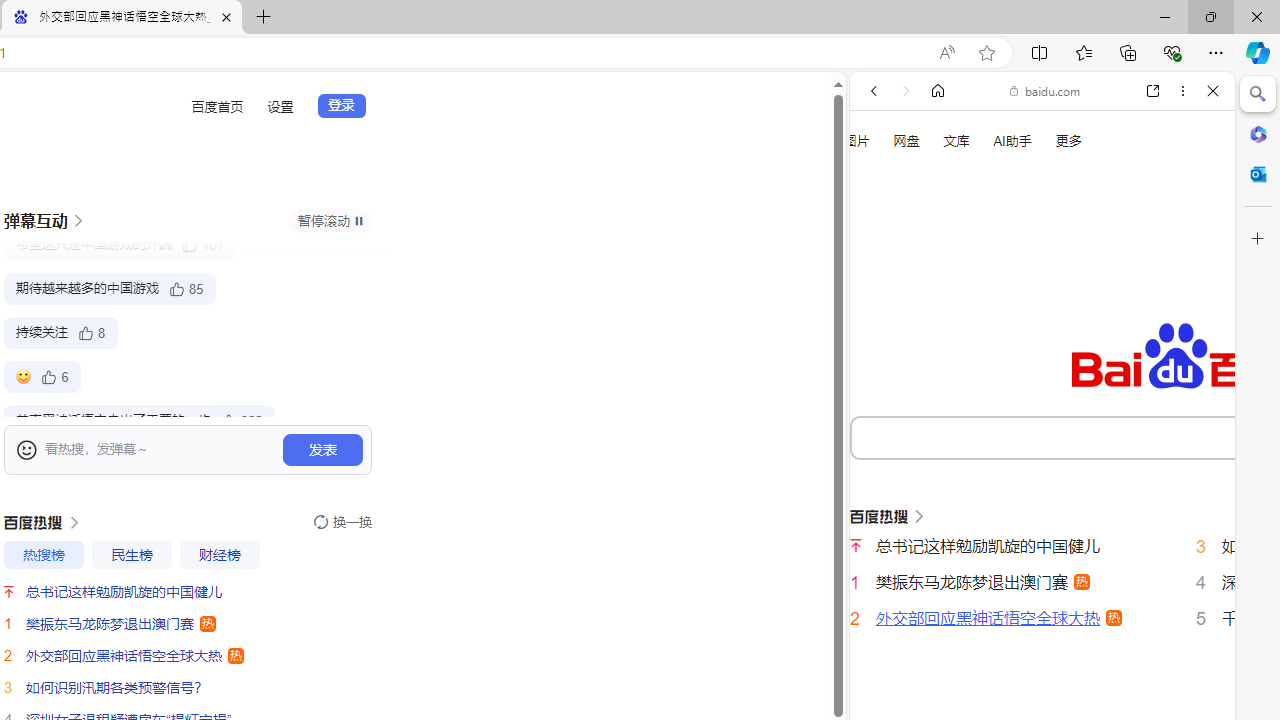 This screenshot has width=1280, height=720. What do you see at coordinates (1034, 418) in the screenshot?
I see `'OF | English meaning - Cambridge Dictionary'` at bounding box center [1034, 418].